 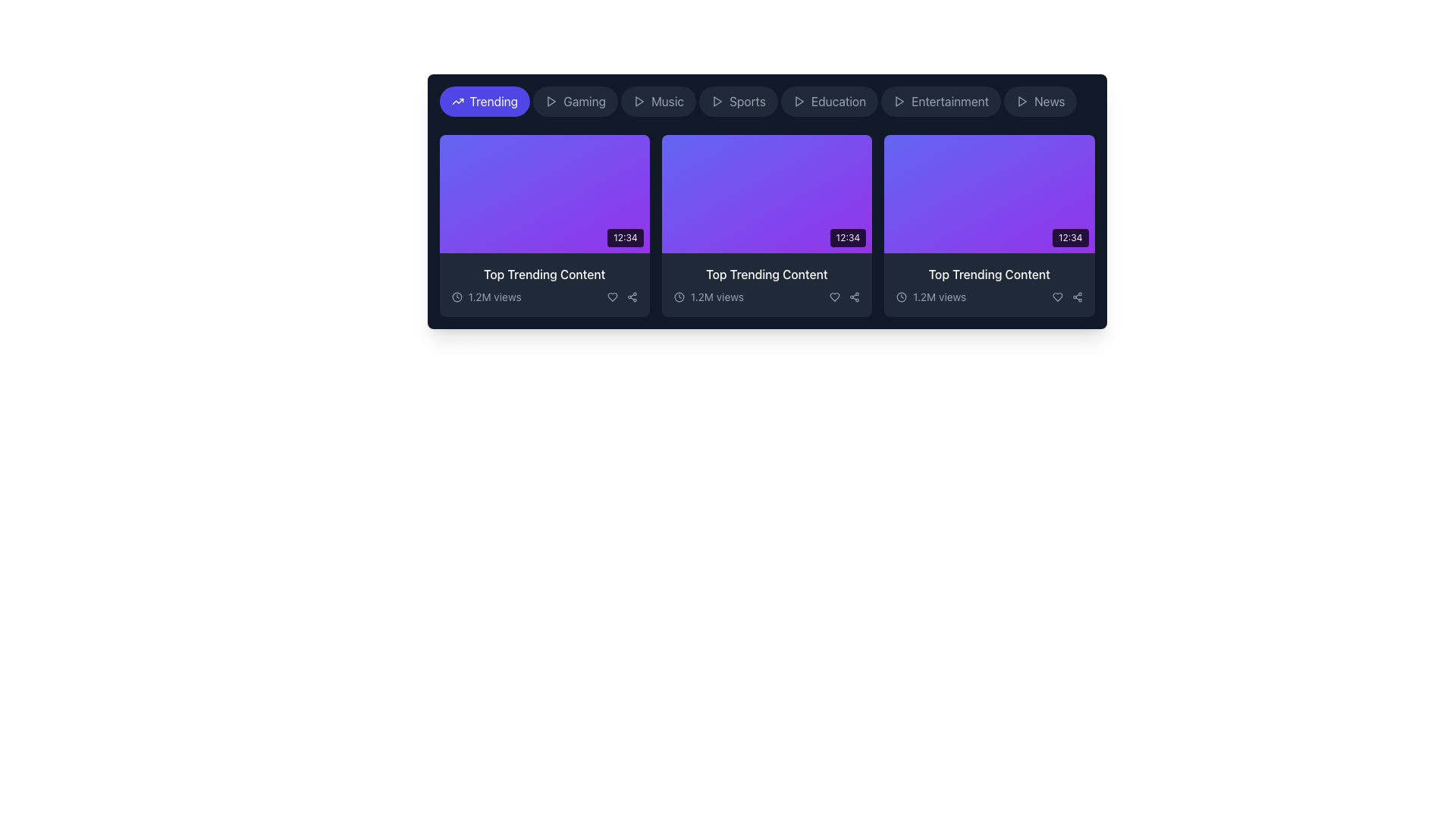 What do you see at coordinates (486, 297) in the screenshot?
I see `the static informational display element that reads '1.2M views' located in the bottom-left corner of the first content card` at bounding box center [486, 297].